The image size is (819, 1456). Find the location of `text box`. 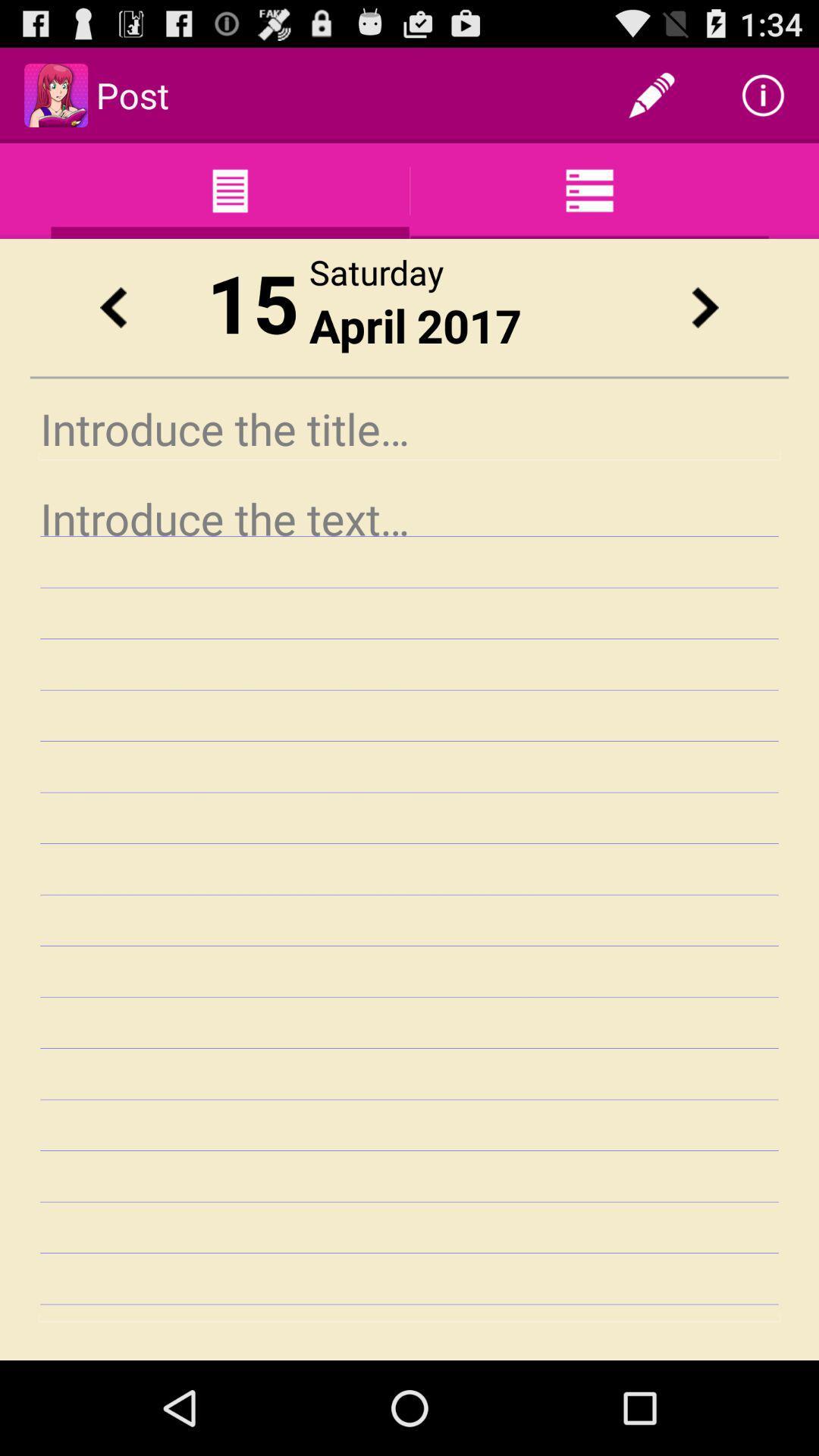

text box is located at coordinates (409, 904).